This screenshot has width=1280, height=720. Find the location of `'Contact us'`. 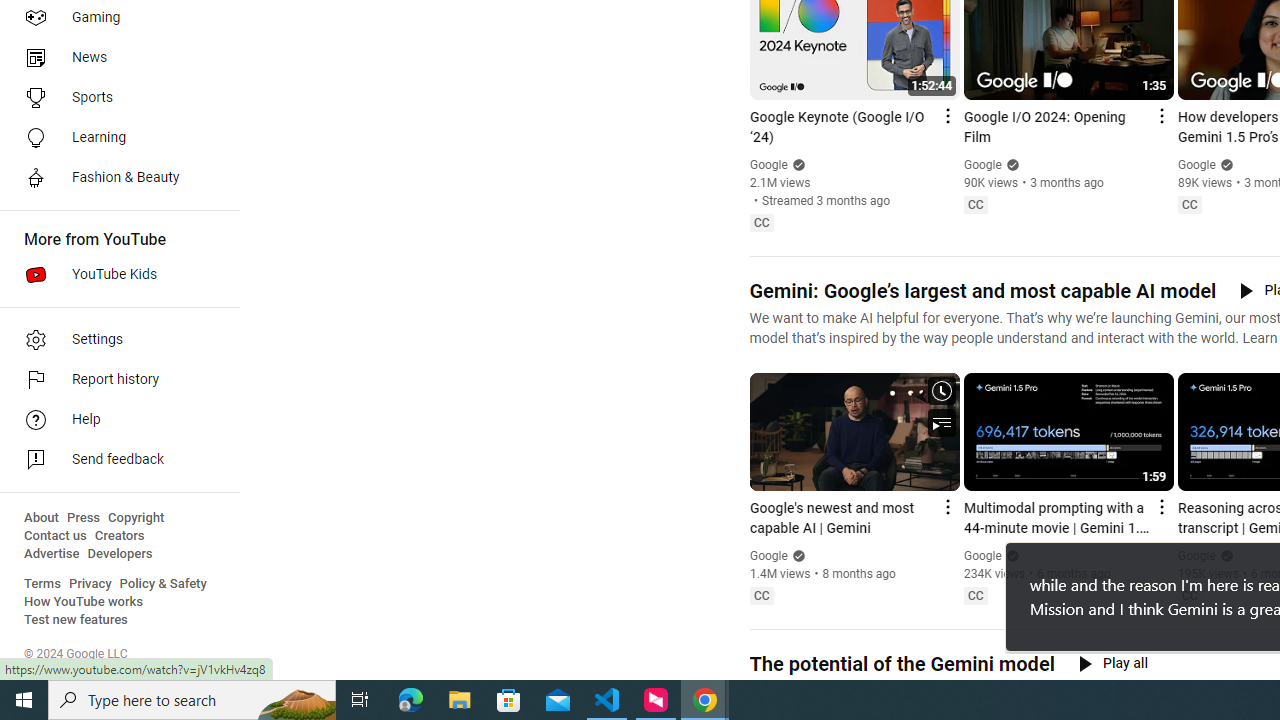

'Contact us' is located at coordinates (55, 535).